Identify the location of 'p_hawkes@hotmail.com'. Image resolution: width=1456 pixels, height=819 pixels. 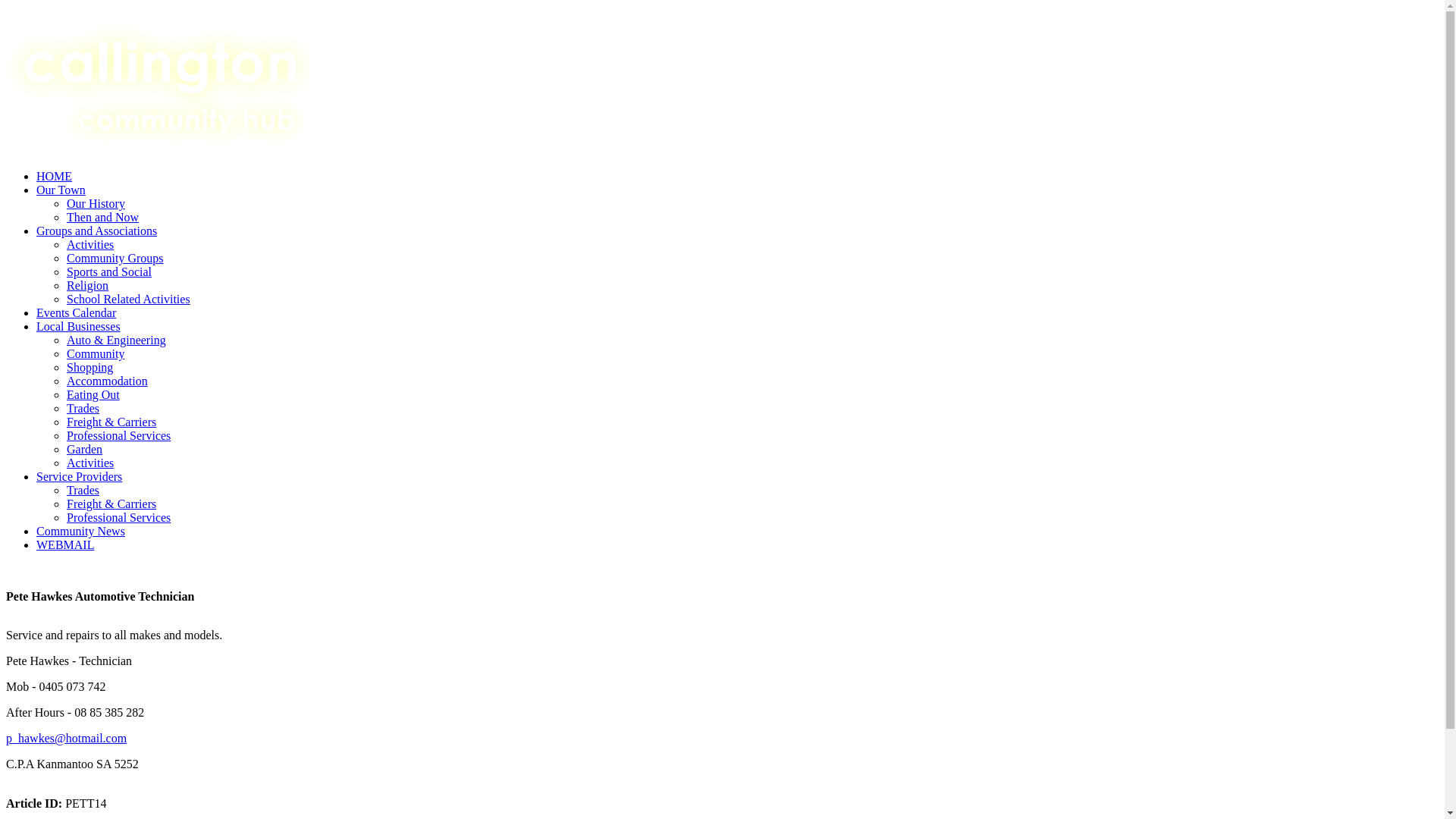
(6, 737).